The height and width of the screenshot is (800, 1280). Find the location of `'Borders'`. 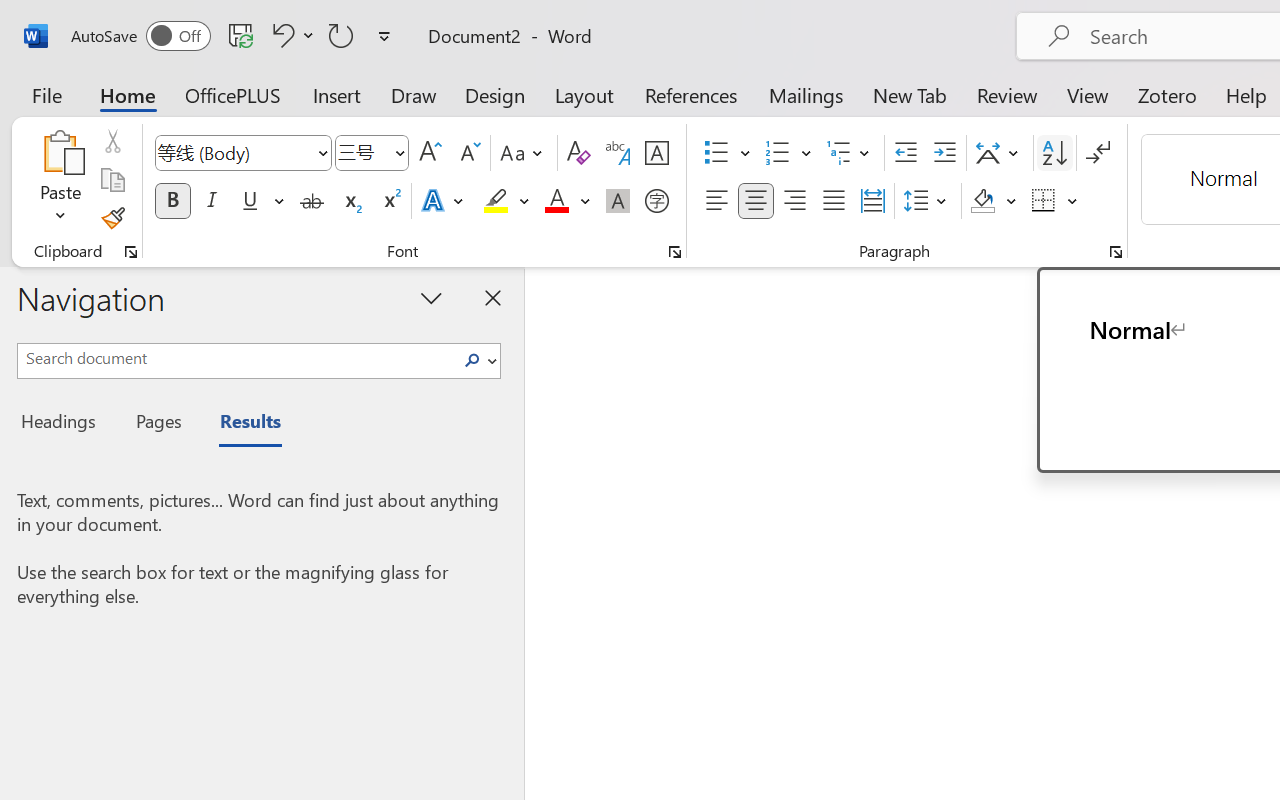

'Borders' is located at coordinates (1043, 201).